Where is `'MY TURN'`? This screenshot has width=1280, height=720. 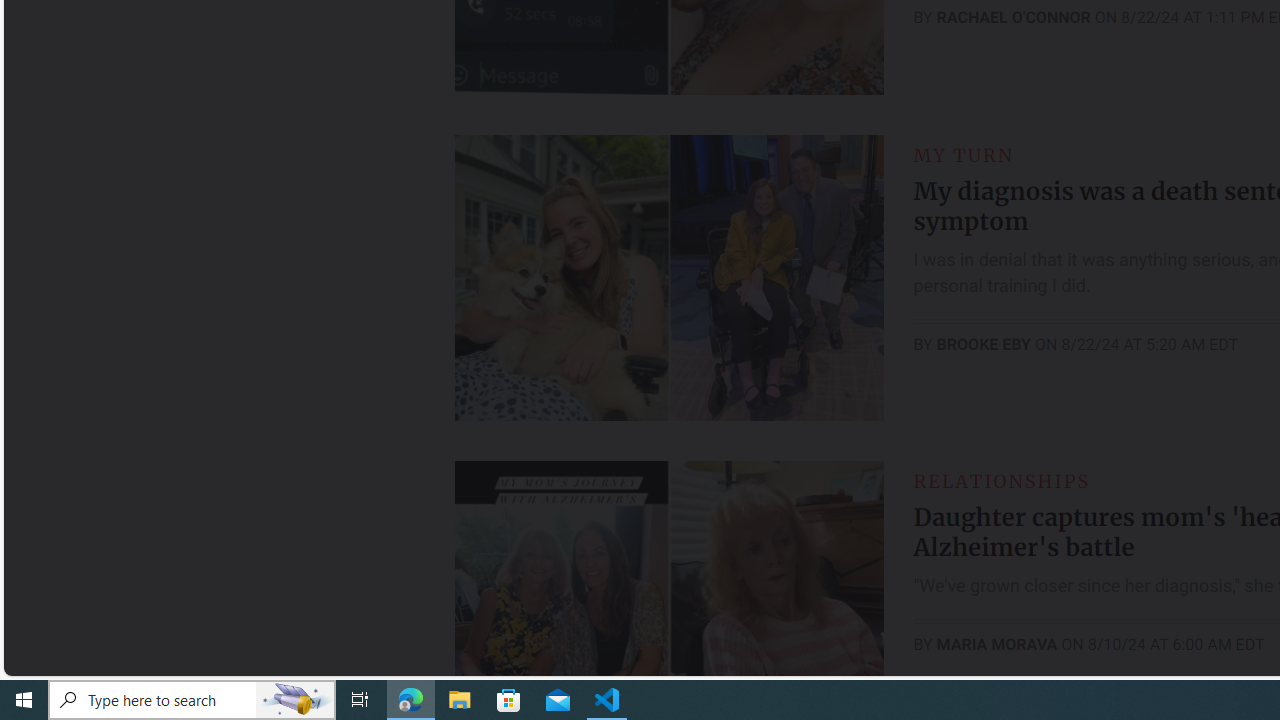 'MY TURN' is located at coordinates (963, 154).